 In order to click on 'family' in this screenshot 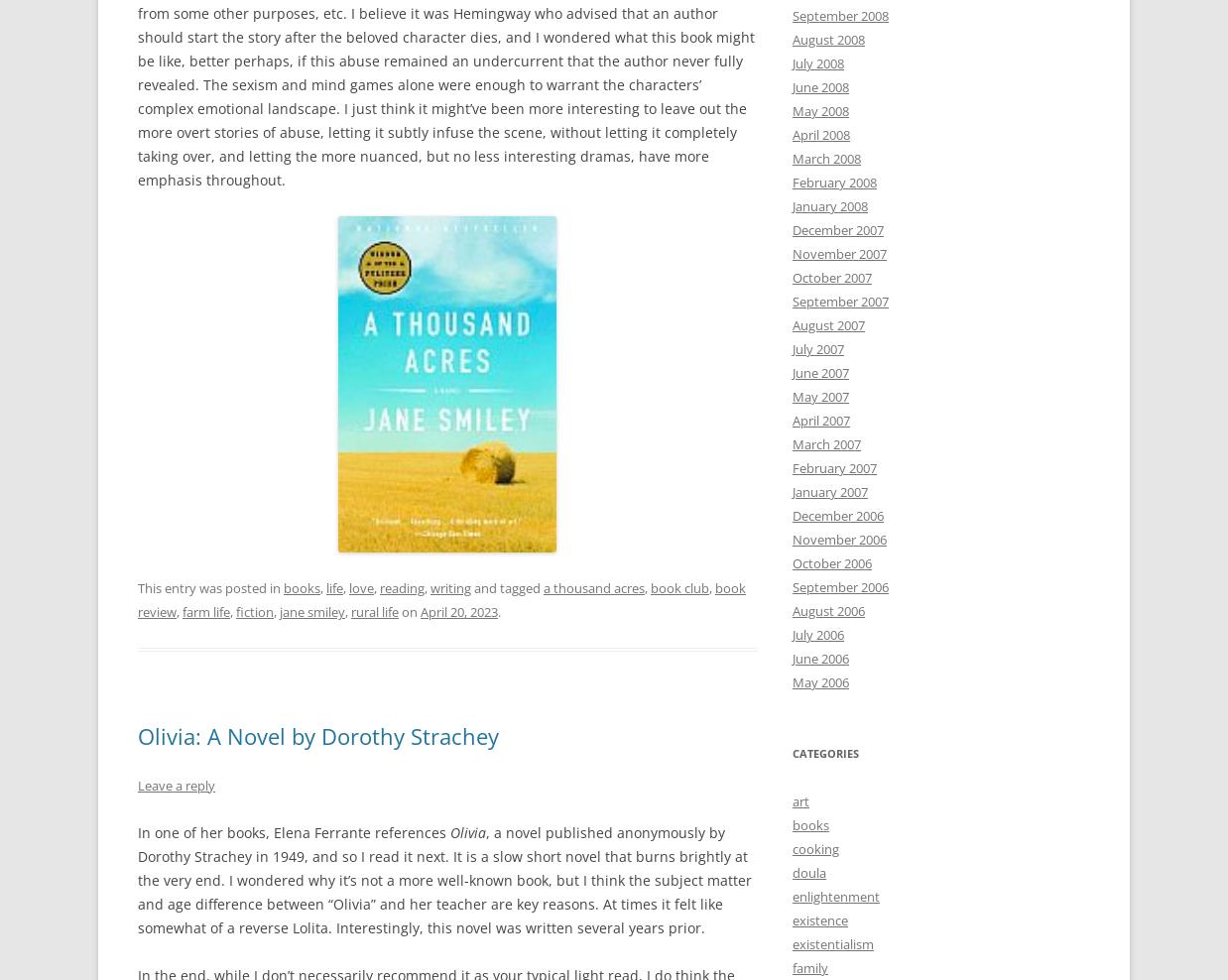, I will do `click(809, 968)`.